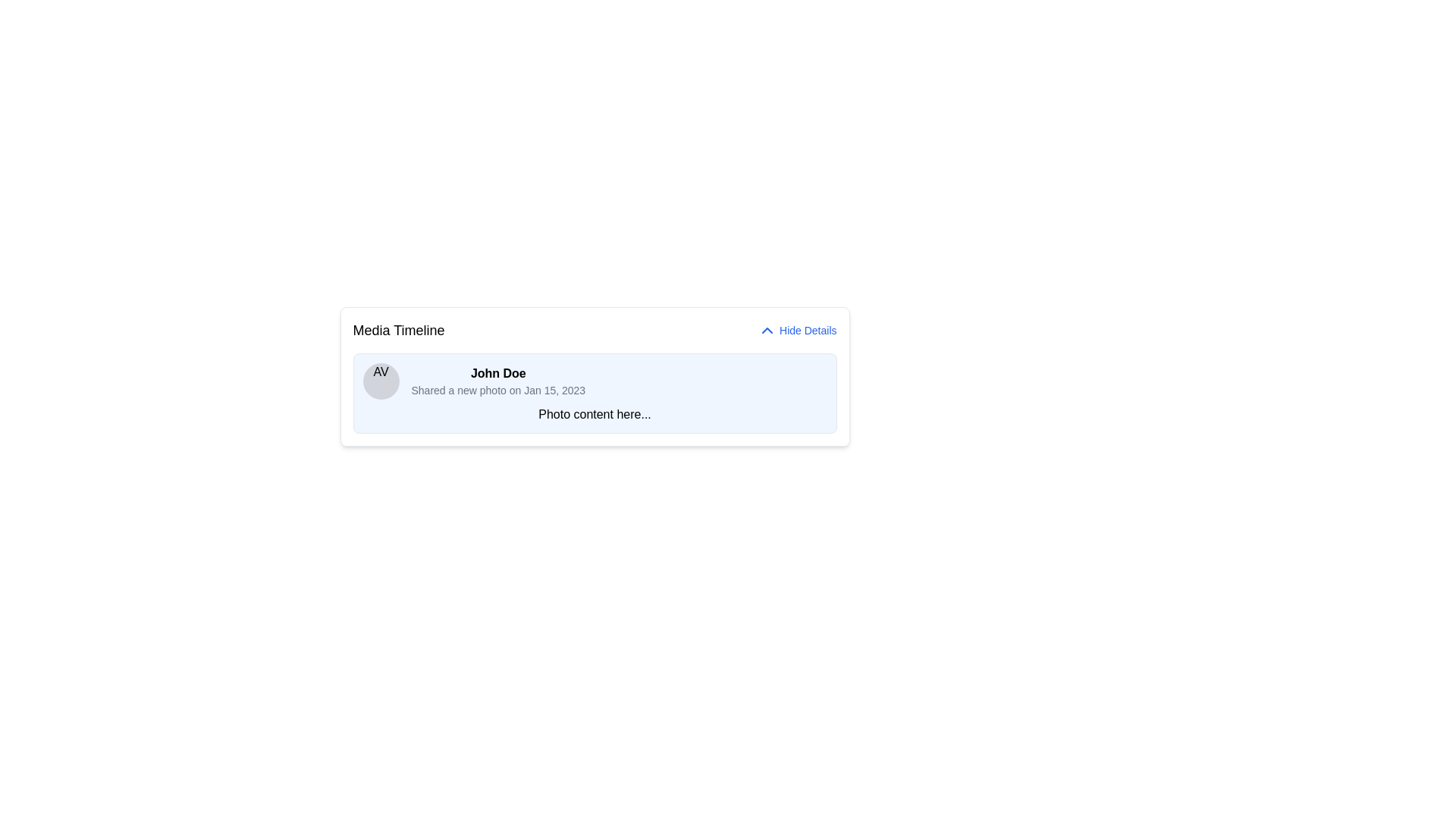  Describe the element at coordinates (796, 329) in the screenshot. I see `the 'Hide Details' button with an upward-pointing chevron icon located in the upper-right corner of the 'Media Timeline' section to hide details` at that location.